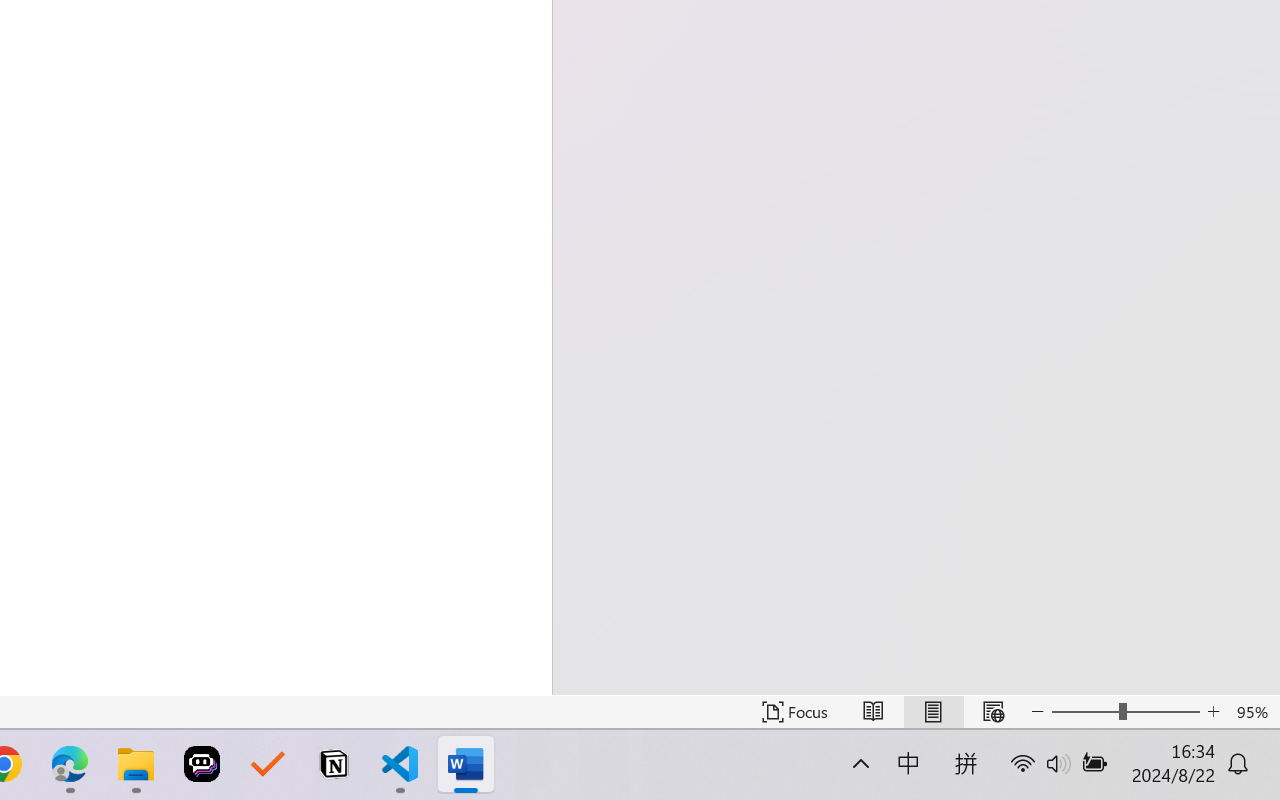  What do you see at coordinates (1252, 711) in the screenshot?
I see `'Zoom 95%'` at bounding box center [1252, 711].